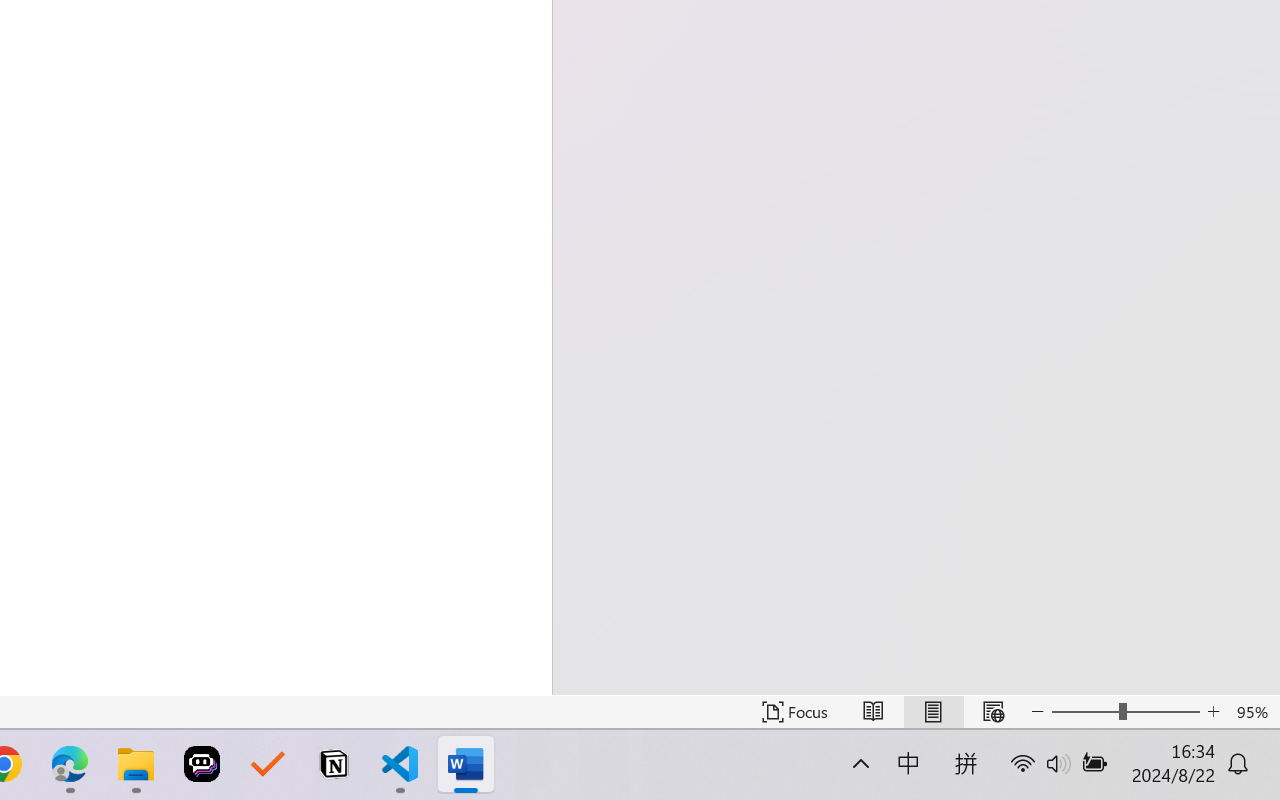  What do you see at coordinates (1252, 711) in the screenshot?
I see `'Zoom 95%'` at bounding box center [1252, 711].